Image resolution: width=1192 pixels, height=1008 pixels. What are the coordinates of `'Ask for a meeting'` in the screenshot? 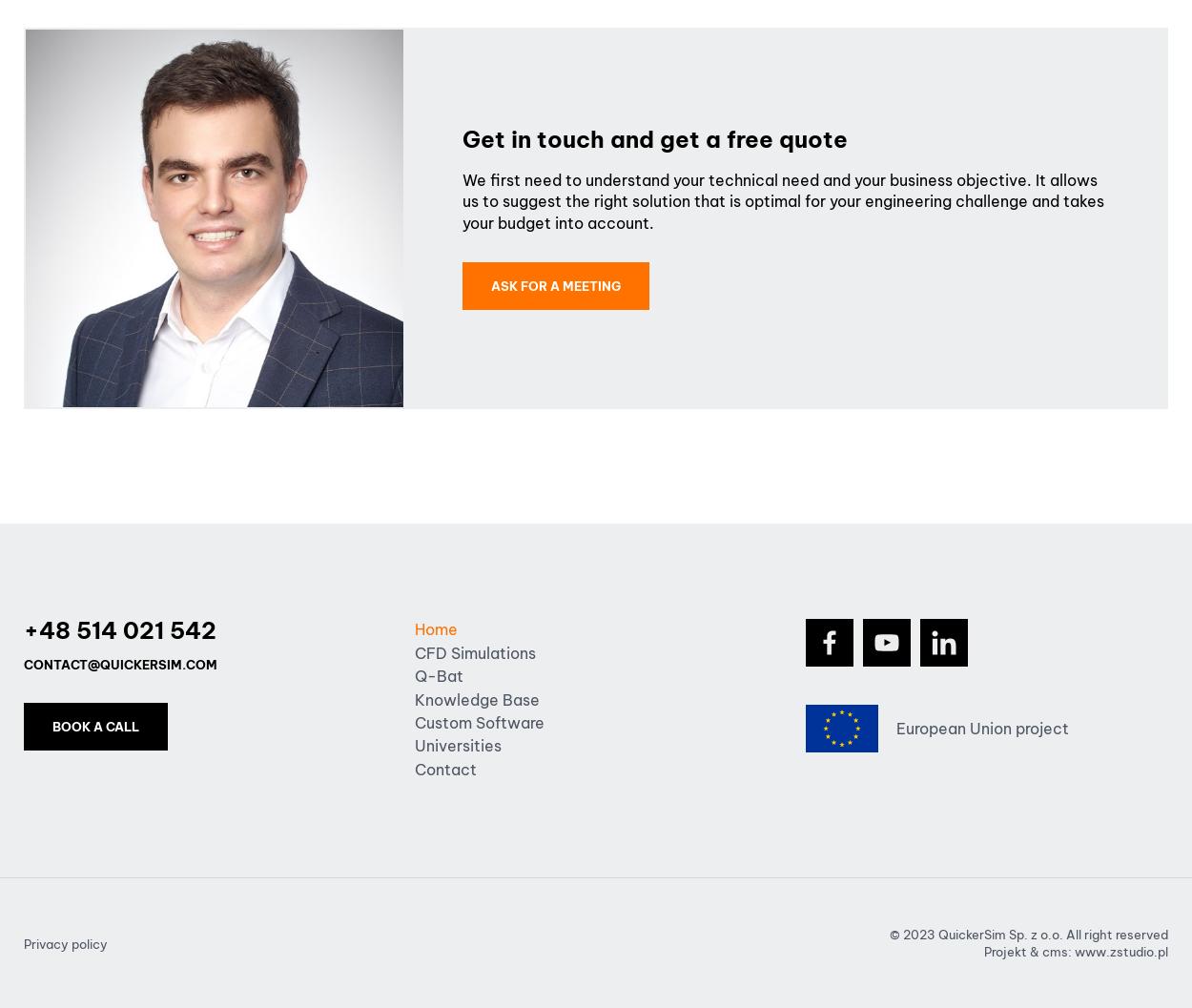 It's located at (555, 284).